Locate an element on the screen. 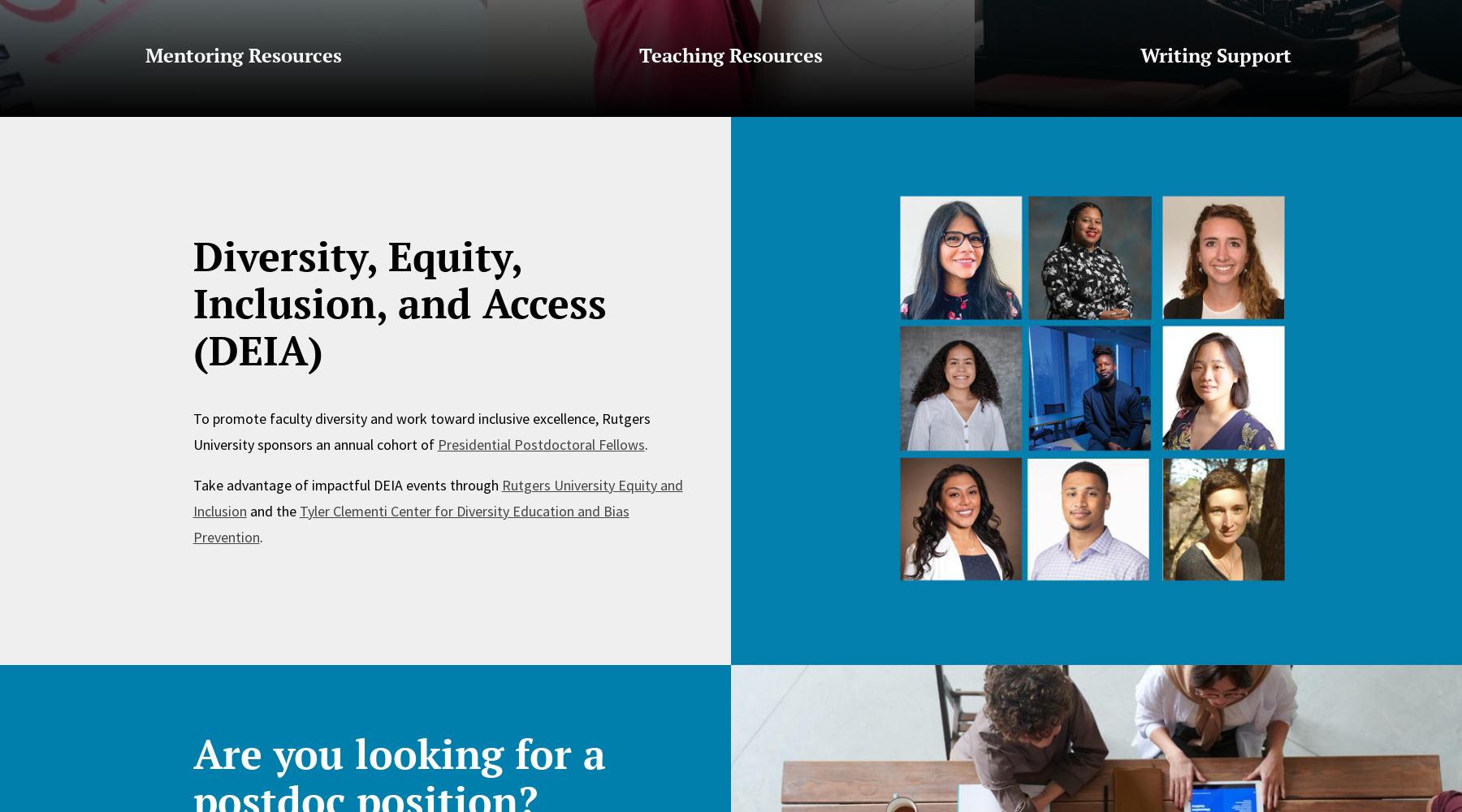 This screenshot has height=812, width=1462. 'Mentoring Resources' is located at coordinates (145, 54).